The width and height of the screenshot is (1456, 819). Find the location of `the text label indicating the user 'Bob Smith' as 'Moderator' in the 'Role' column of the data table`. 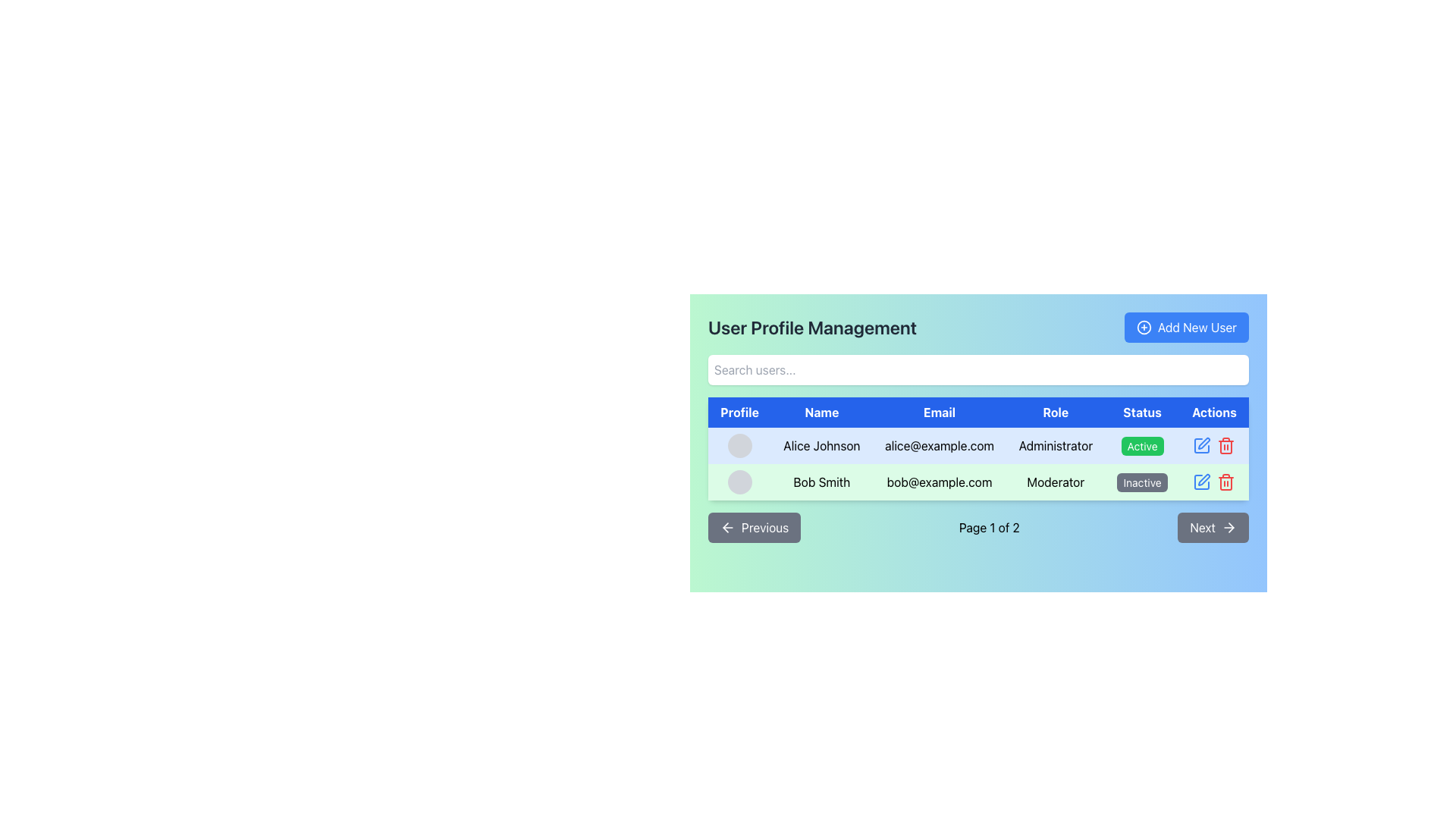

the text label indicating the user 'Bob Smith' as 'Moderator' in the 'Role' column of the data table is located at coordinates (1055, 482).